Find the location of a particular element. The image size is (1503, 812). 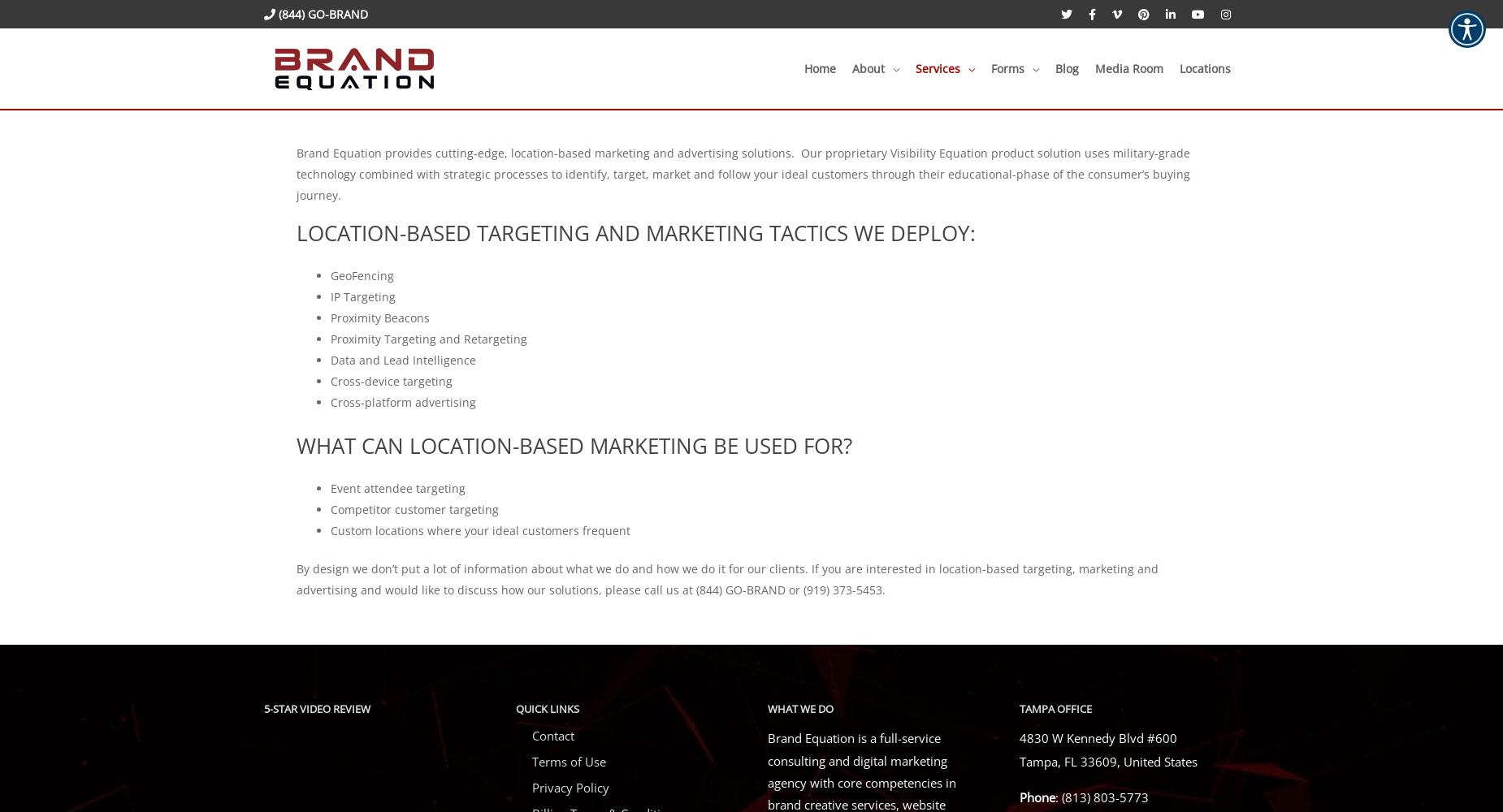

'By design we don’t put a lot of information about what we do and how we do it for our clients. If you are interested in location-based targeting, marketing and advertising and would like to discuss how our solutions, please call us at (844) GO-BRAND or (919) 373-5453.' is located at coordinates (296, 577).